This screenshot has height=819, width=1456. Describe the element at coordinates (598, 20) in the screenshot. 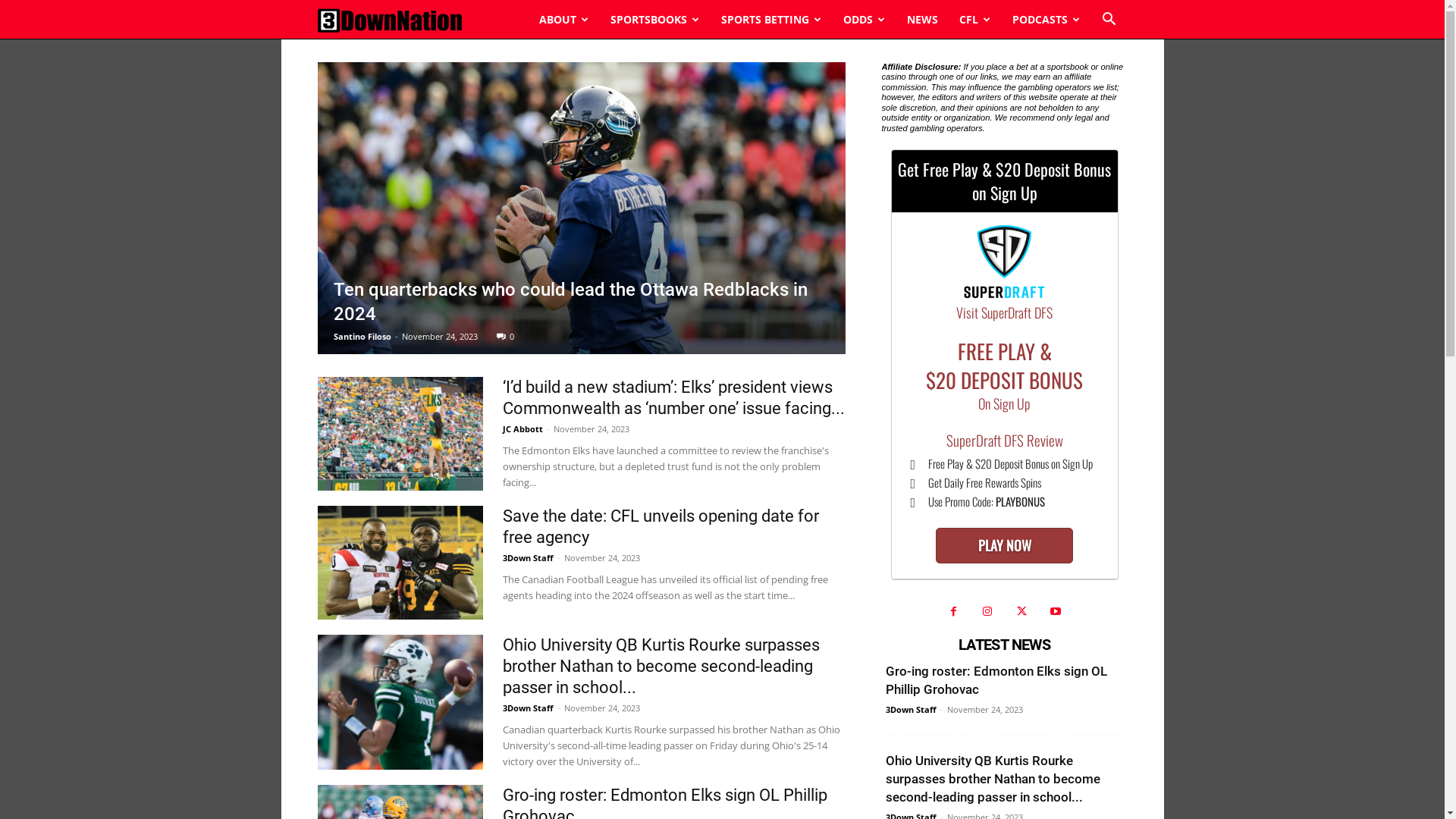

I see `'SPORTSBOOKS'` at that location.